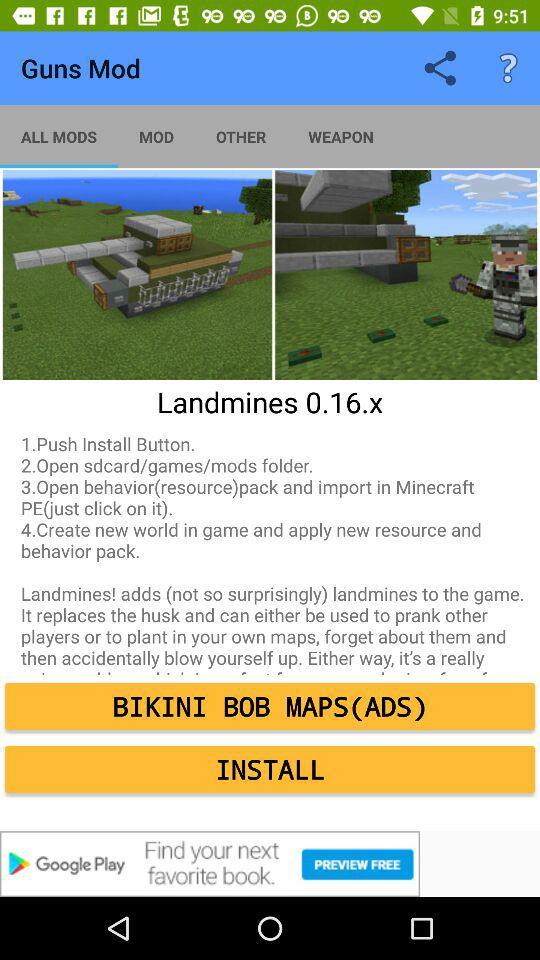 This screenshot has width=540, height=960. Describe the element at coordinates (270, 863) in the screenshot. I see `external advertisement` at that location.